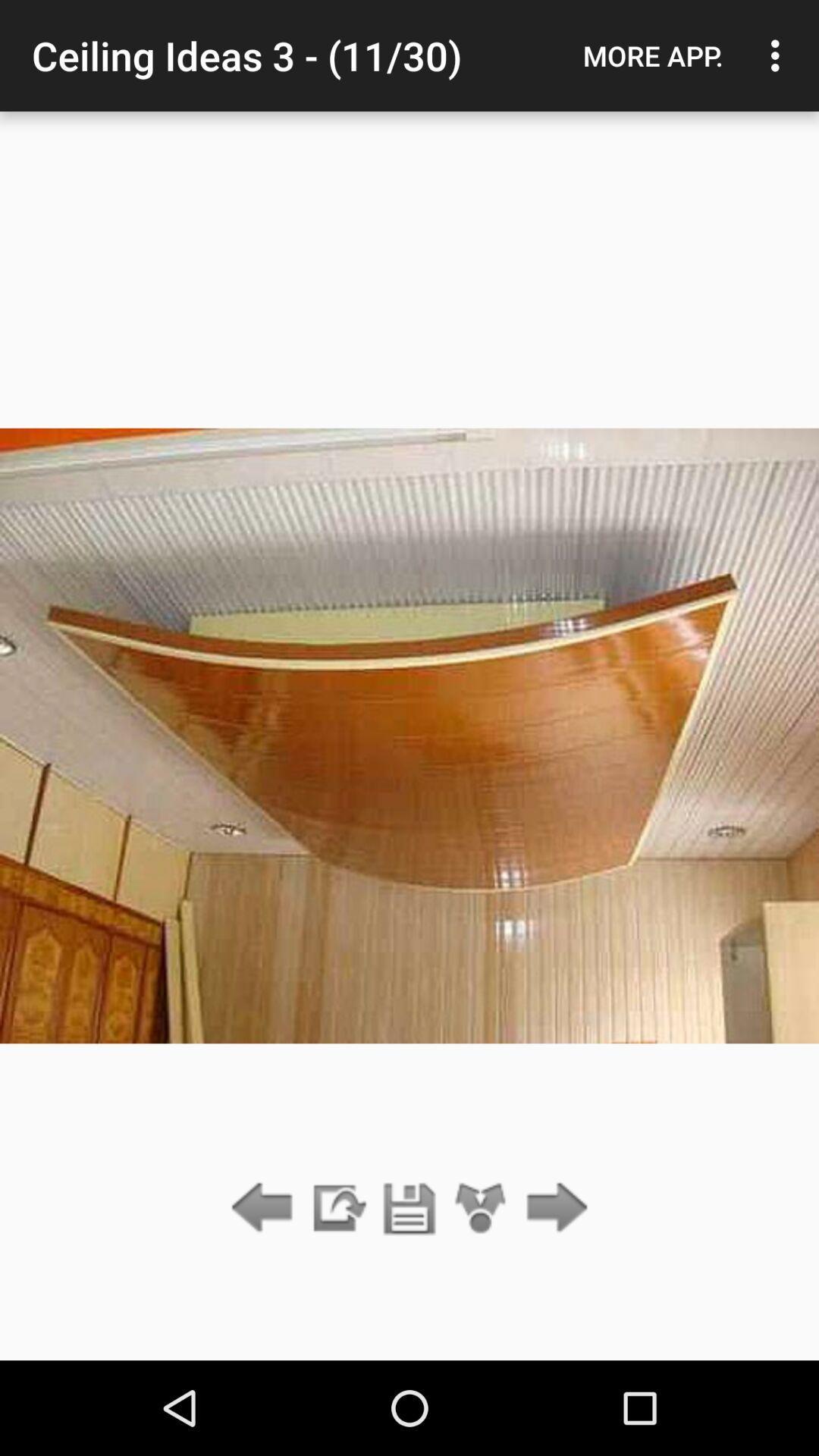 The width and height of the screenshot is (819, 1456). What do you see at coordinates (337, 1208) in the screenshot?
I see `the item below ceiling ideas 3 app` at bounding box center [337, 1208].